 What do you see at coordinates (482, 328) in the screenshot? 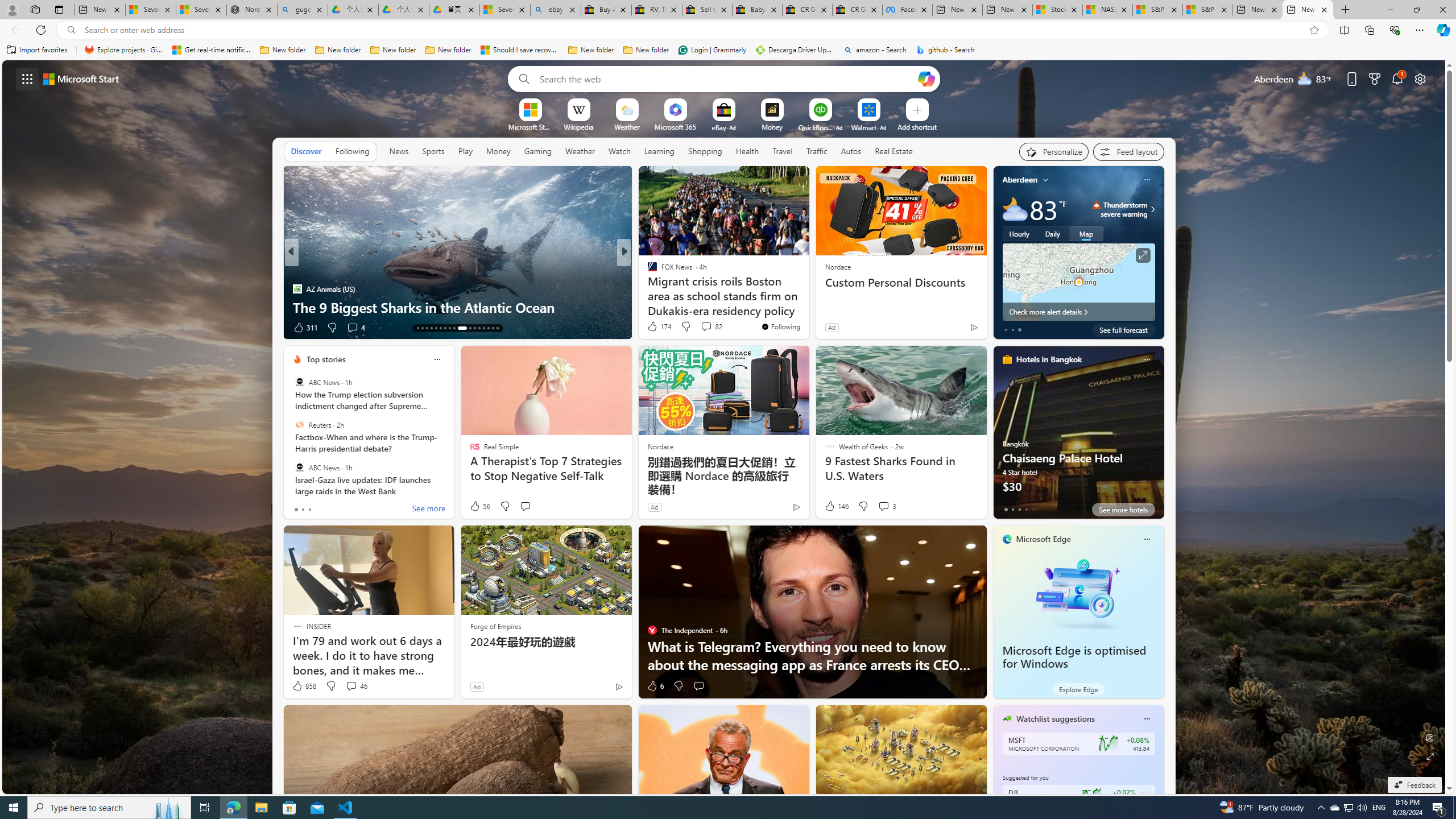
I see `'AutomationID: tab-26'` at bounding box center [482, 328].